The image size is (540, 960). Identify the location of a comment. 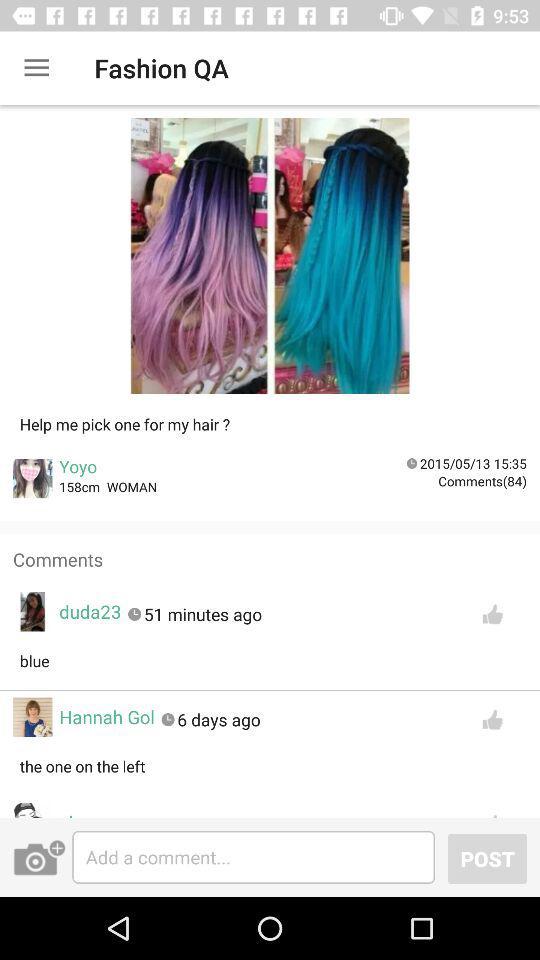
(253, 856).